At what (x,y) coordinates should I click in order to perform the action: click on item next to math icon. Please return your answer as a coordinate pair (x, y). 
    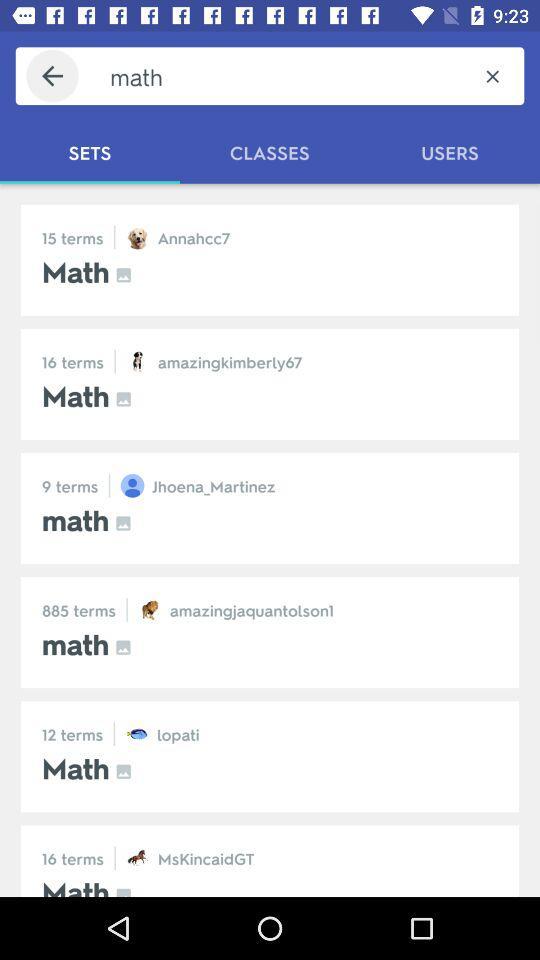
    Looking at the image, I should click on (491, 76).